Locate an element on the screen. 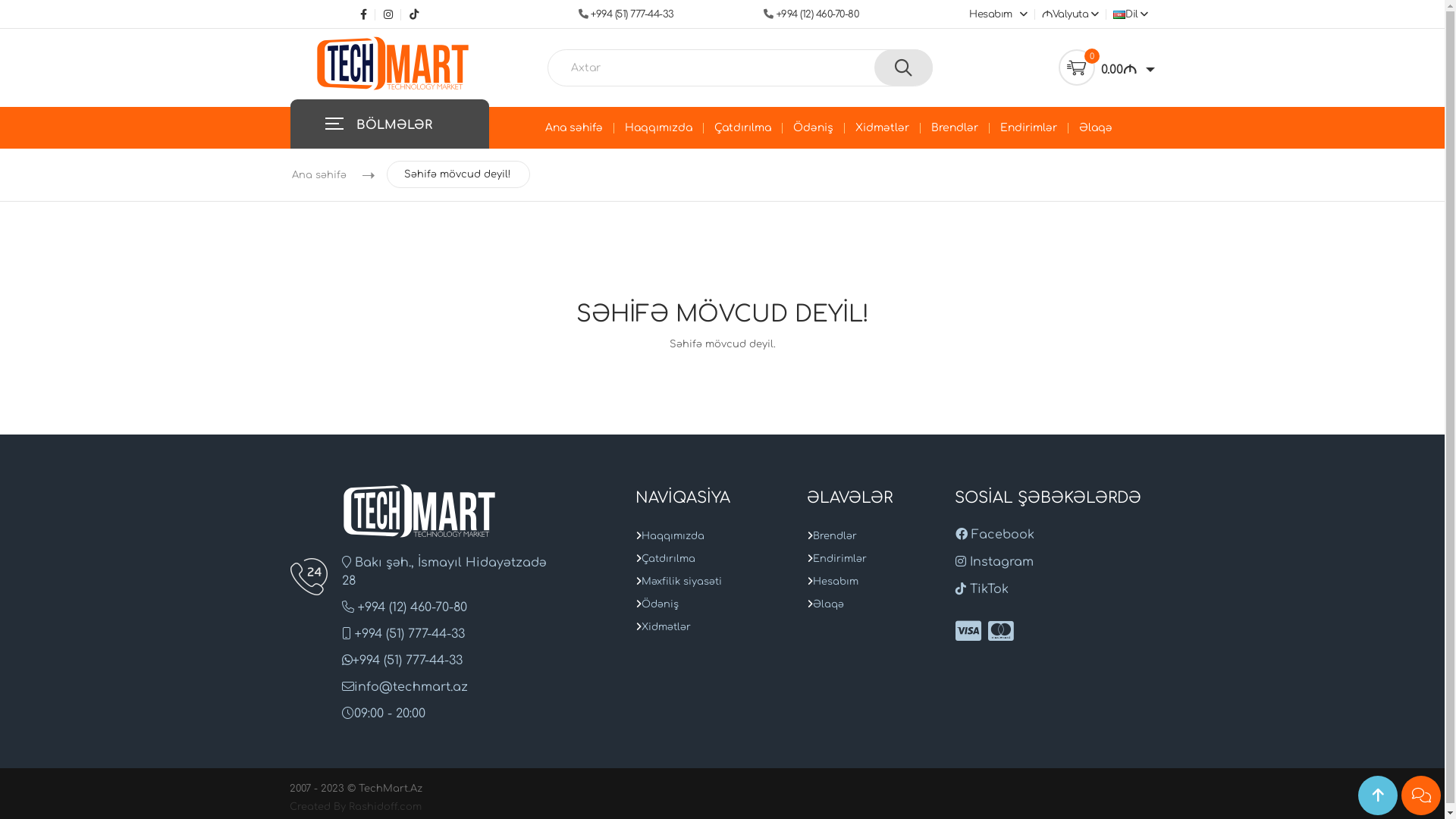 The width and height of the screenshot is (1456, 819). 'TechMart.Az' is located at coordinates (393, 62).